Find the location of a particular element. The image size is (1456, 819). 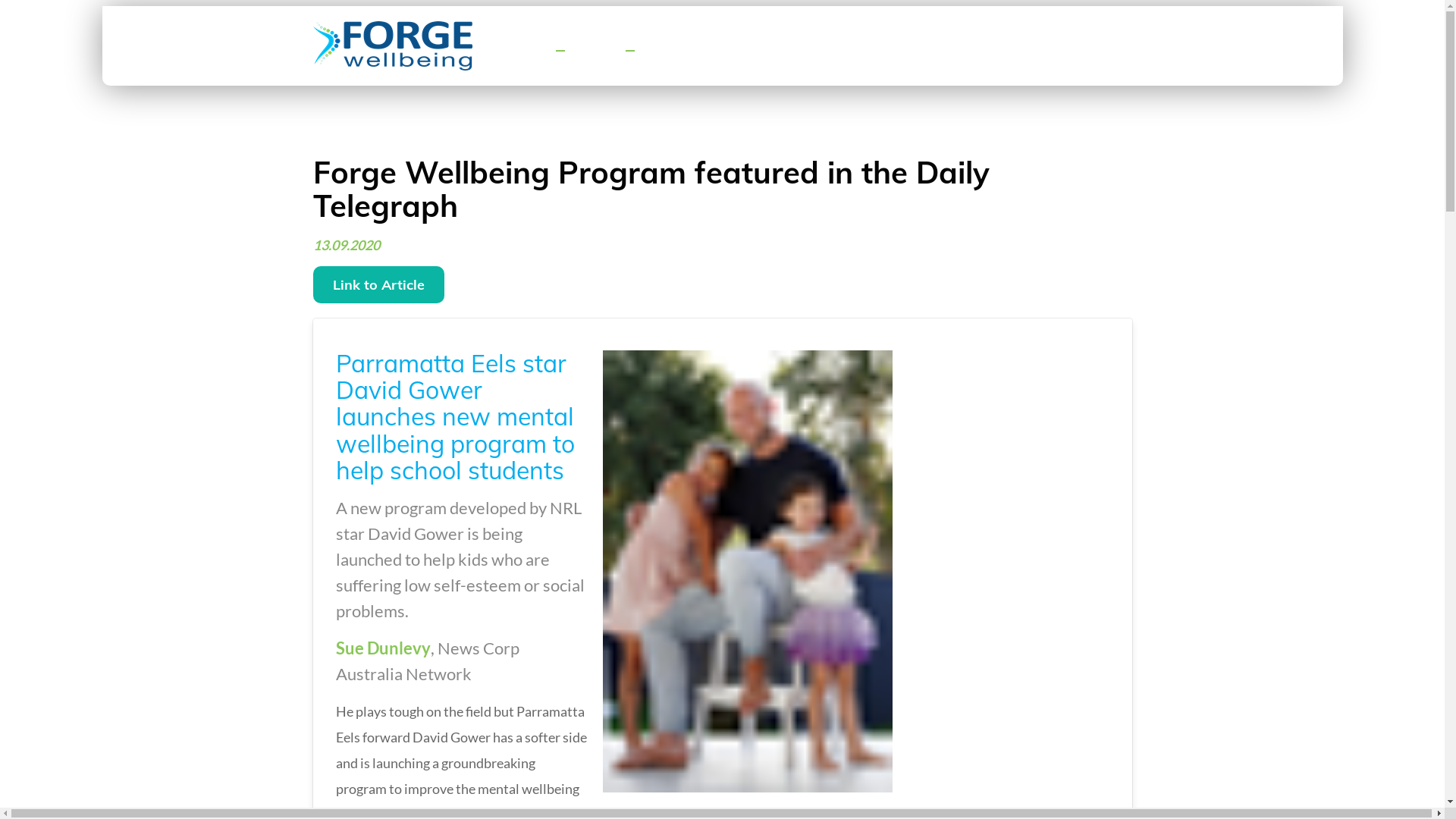

'Toggle navigation' is located at coordinates (554, 49).